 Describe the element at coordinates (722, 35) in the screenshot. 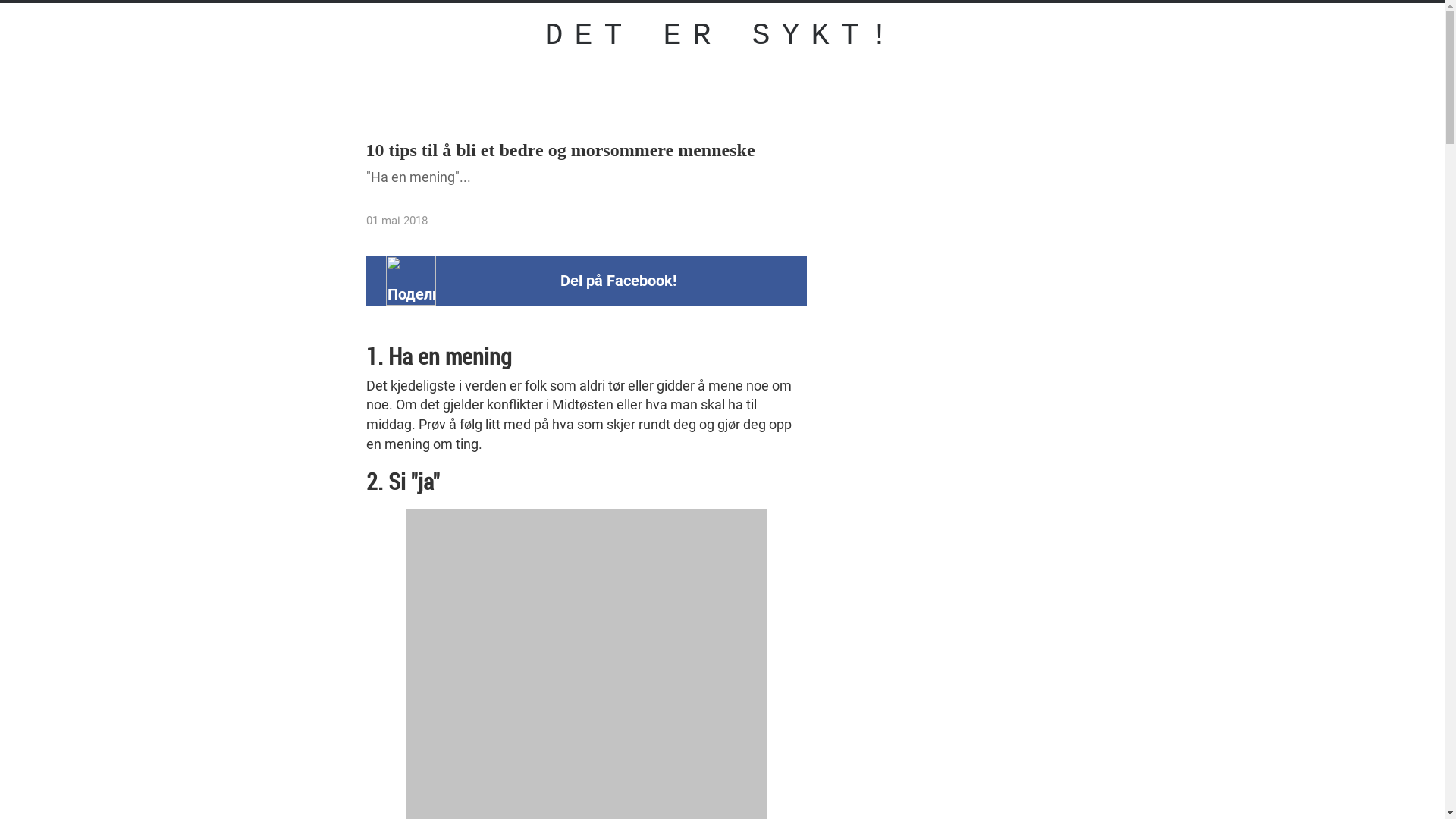

I see `'DET ER SYKT!'` at that location.